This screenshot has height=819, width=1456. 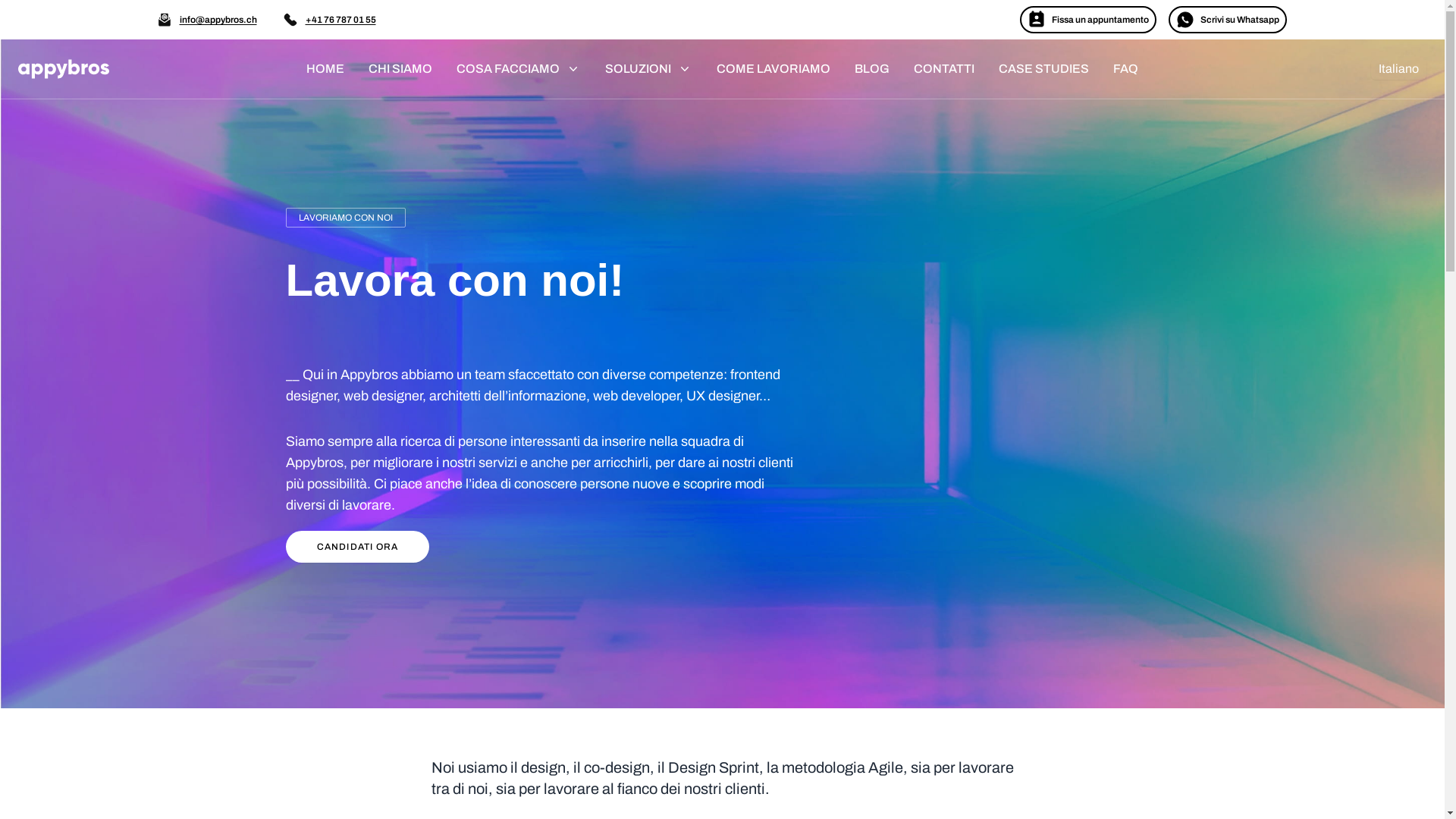 What do you see at coordinates (217, 20) in the screenshot?
I see `'info@appybros.ch'` at bounding box center [217, 20].